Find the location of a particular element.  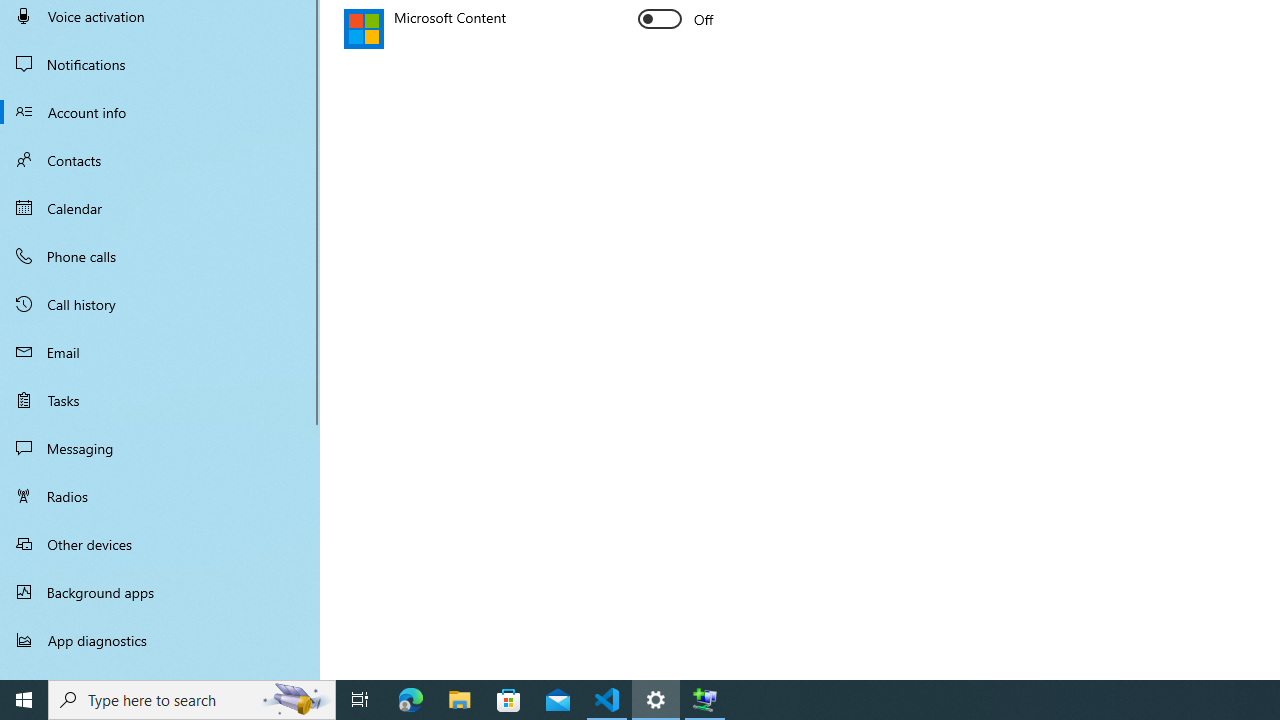

'Contacts' is located at coordinates (160, 159).